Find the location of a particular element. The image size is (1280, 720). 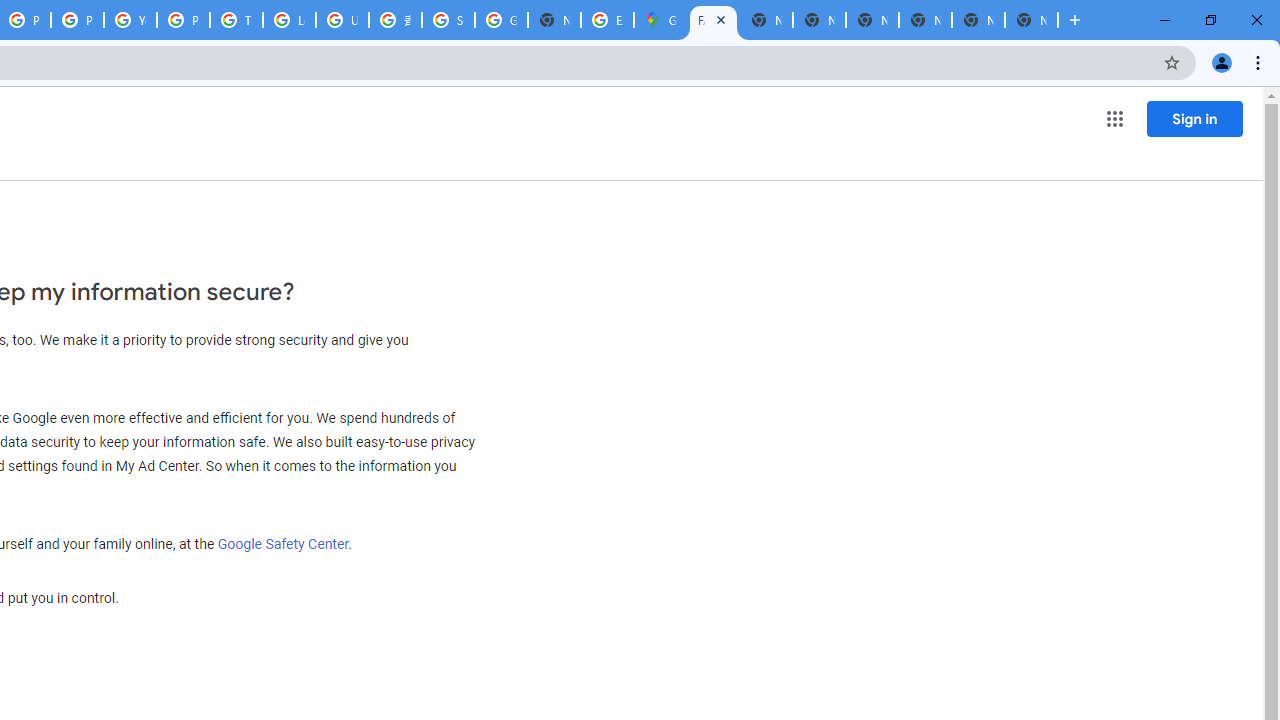

'New Tab' is located at coordinates (1031, 20).